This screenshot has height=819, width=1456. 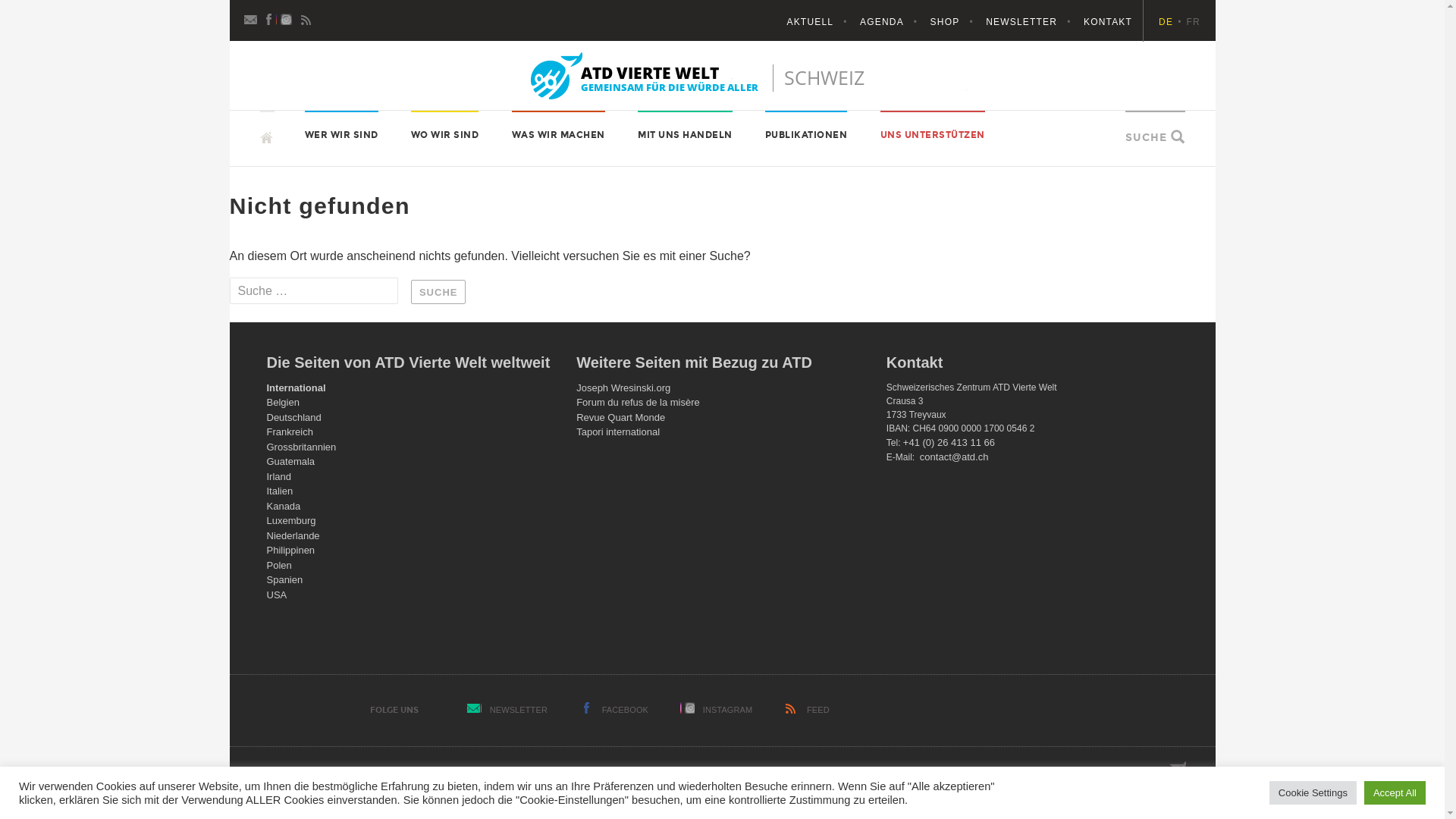 What do you see at coordinates (266, 506) in the screenshot?
I see `'Kanada'` at bounding box center [266, 506].